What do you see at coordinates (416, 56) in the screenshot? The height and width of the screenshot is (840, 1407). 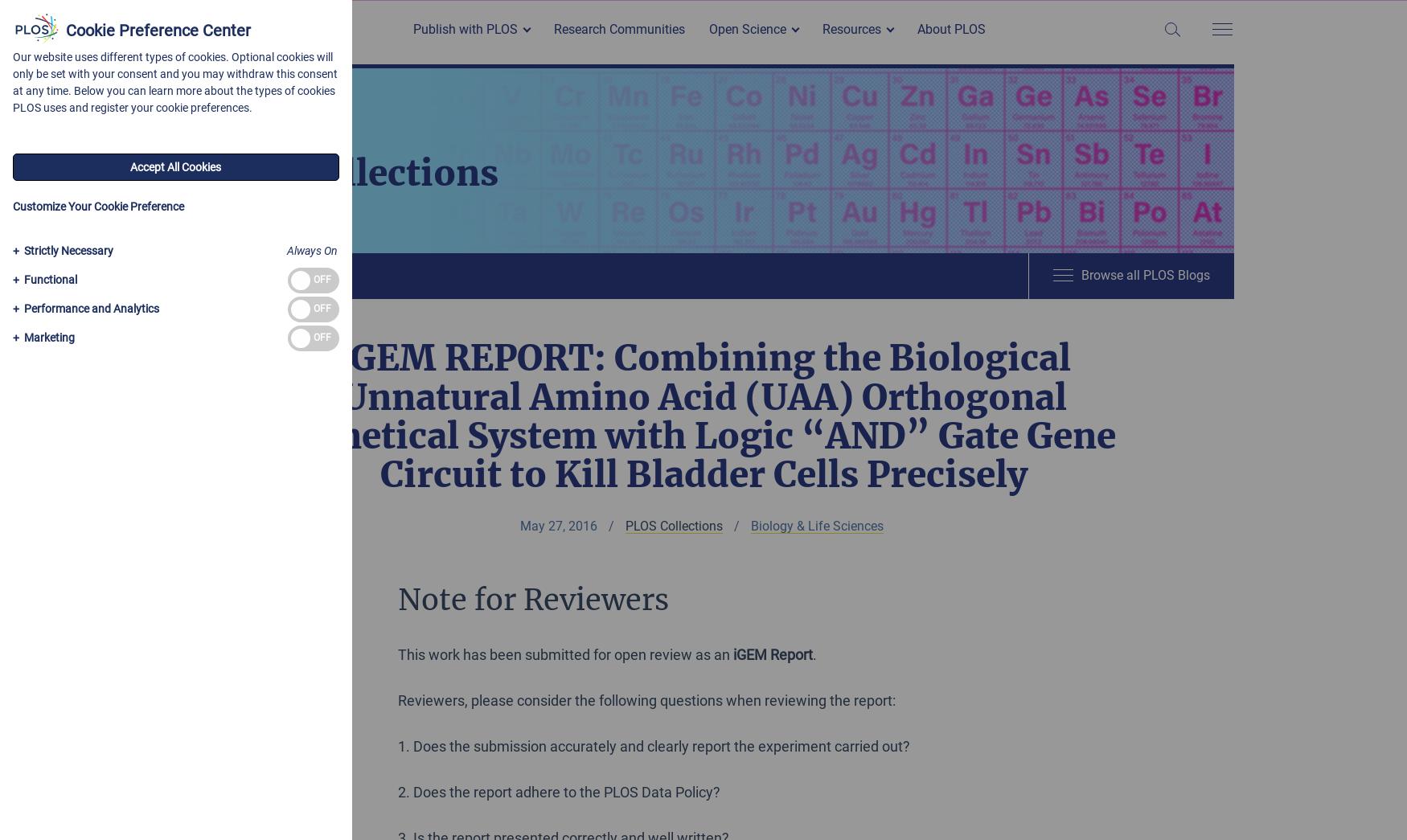 I see `'Which Journal?'` at bounding box center [416, 56].